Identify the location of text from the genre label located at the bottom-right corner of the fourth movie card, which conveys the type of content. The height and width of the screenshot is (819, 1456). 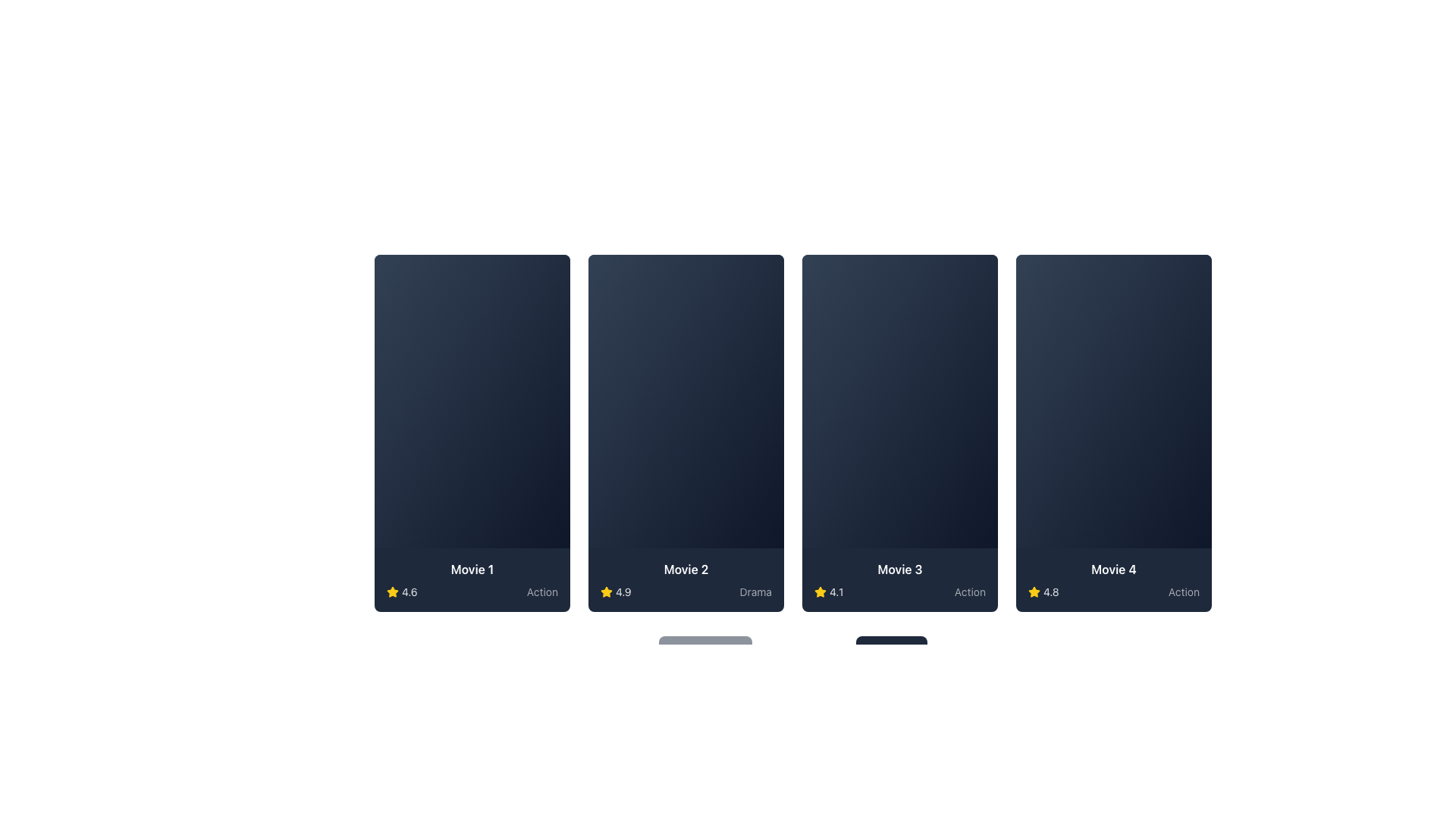
(1183, 591).